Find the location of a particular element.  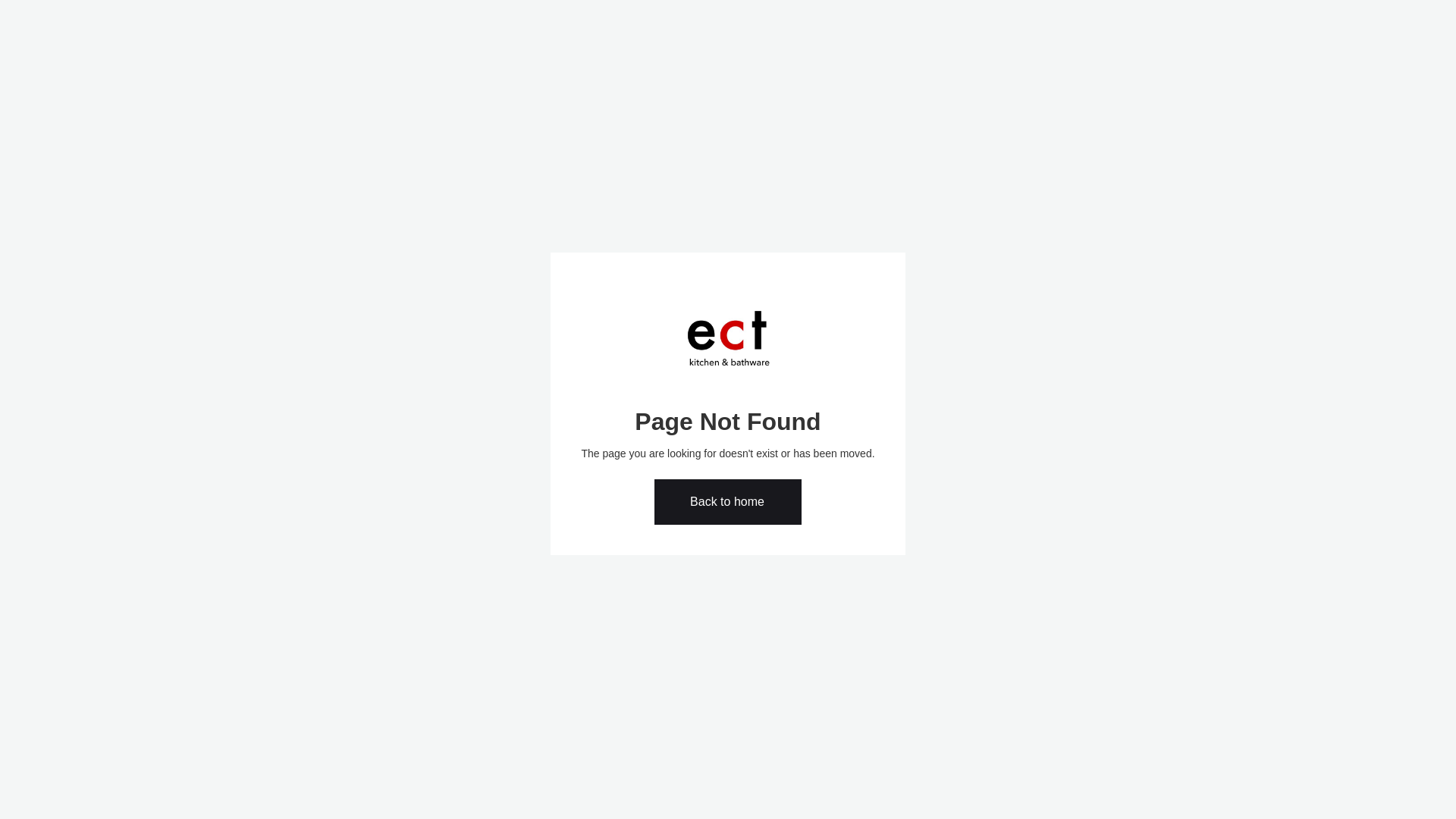

'Back to home' is located at coordinates (728, 502).